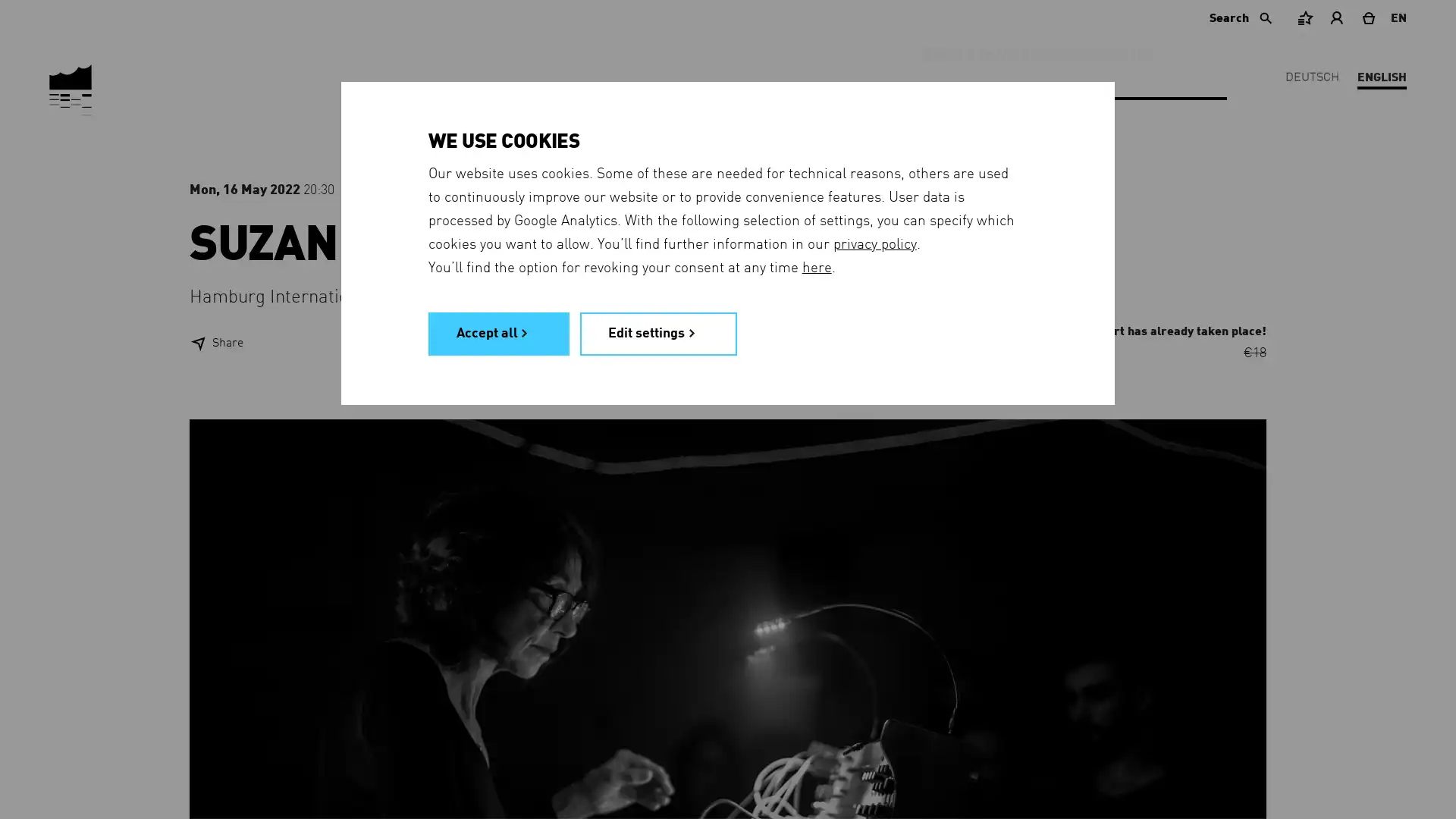 The image size is (1456, 819). I want to click on Edit settings, so click(658, 332).